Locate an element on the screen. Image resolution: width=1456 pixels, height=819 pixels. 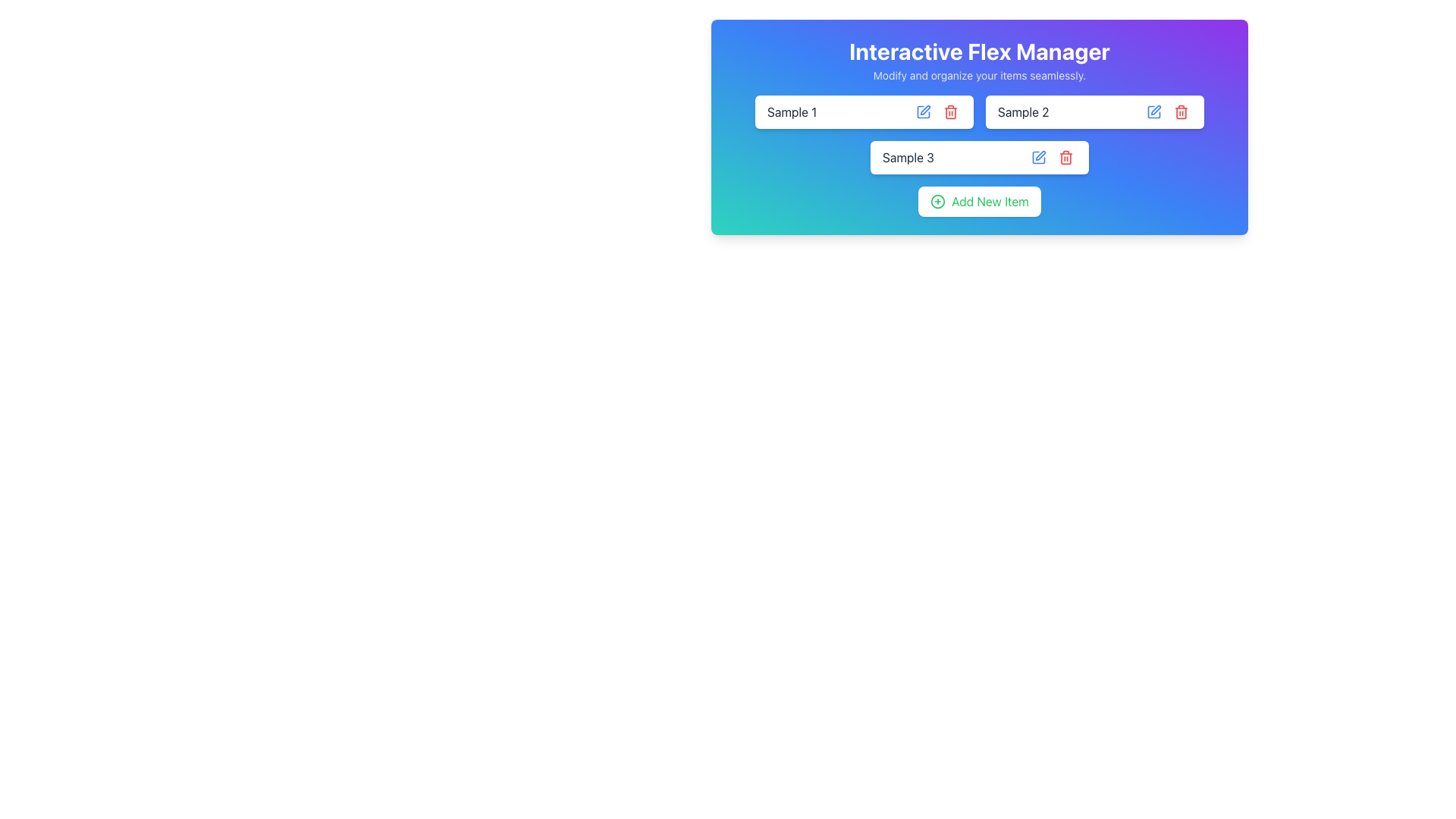
the red trash bin icon button located to the right of the edit icon in the row associated with 'Sample 3' is located at coordinates (1065, 158).